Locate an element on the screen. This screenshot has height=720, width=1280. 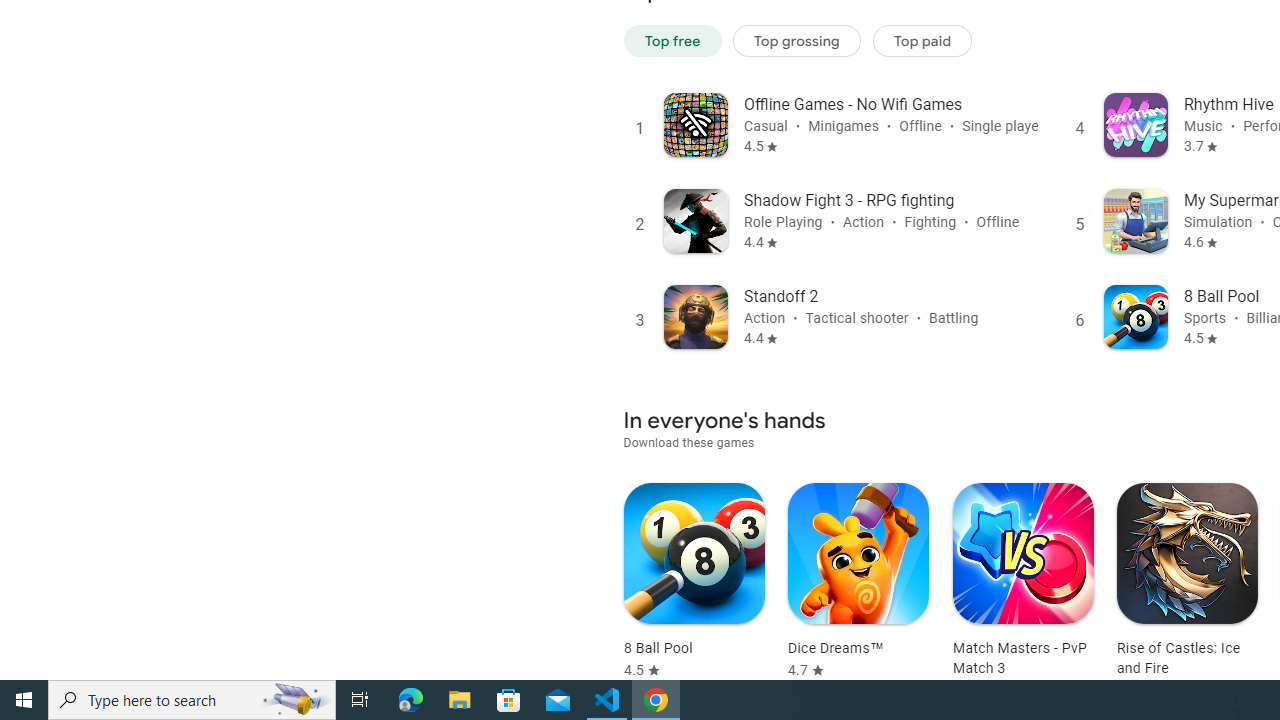
'8 Ball Pool Rated 4.5 stars out of five stars' is located at coordinates (694, 581).